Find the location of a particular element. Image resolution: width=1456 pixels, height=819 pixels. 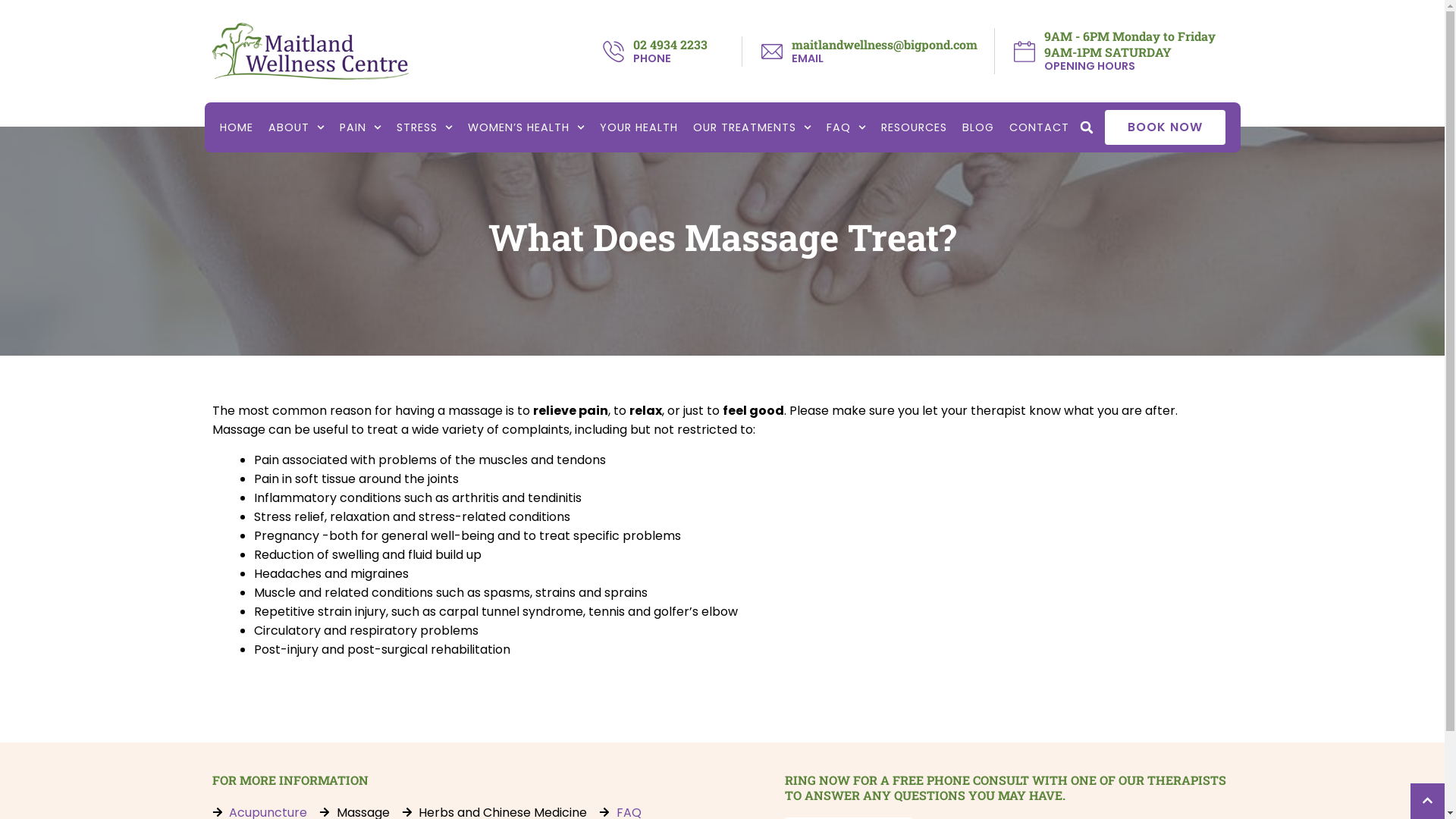

'ABOUT' is located at coordinates (296, 127).